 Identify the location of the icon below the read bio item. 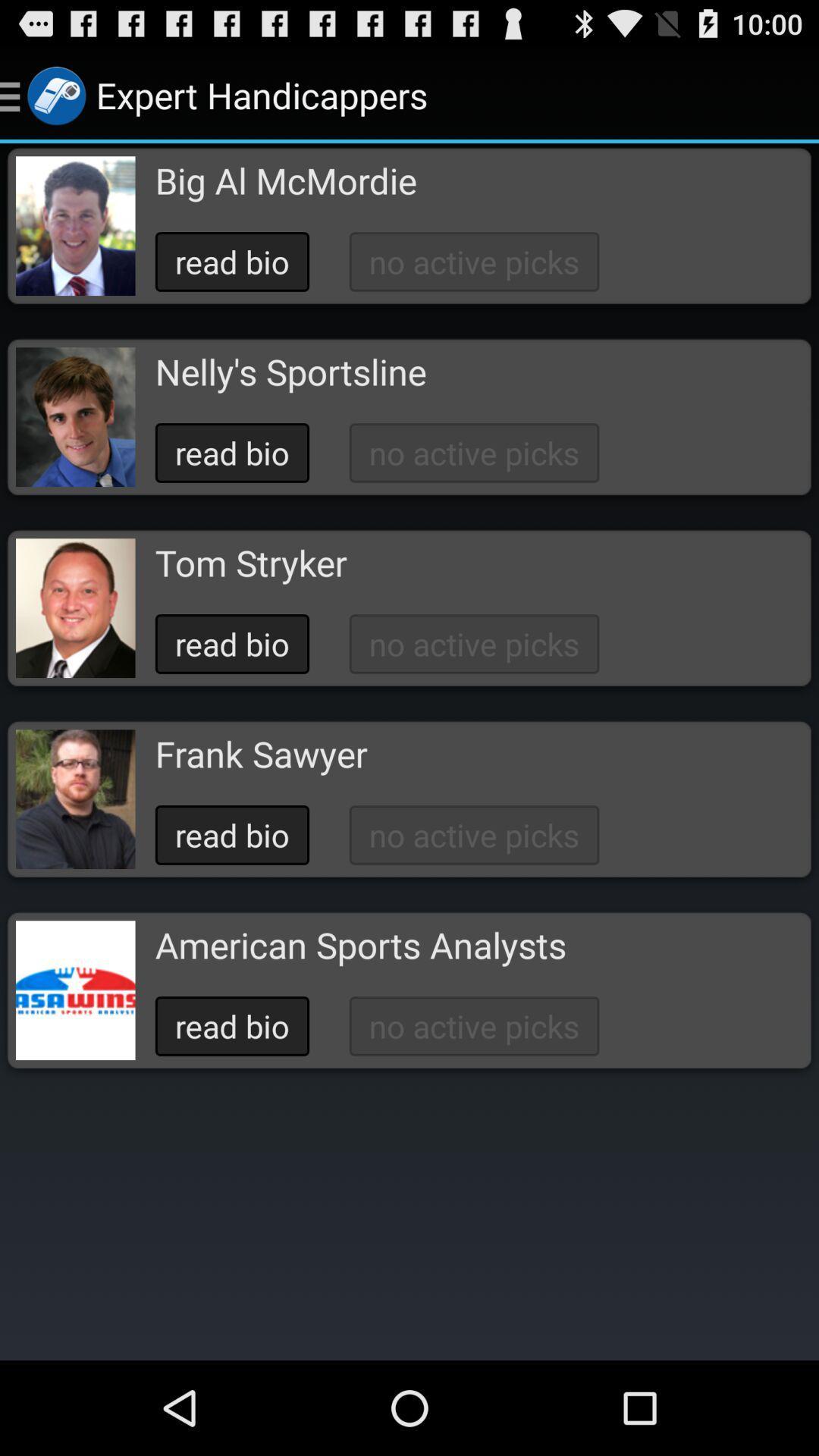
(260, 754).